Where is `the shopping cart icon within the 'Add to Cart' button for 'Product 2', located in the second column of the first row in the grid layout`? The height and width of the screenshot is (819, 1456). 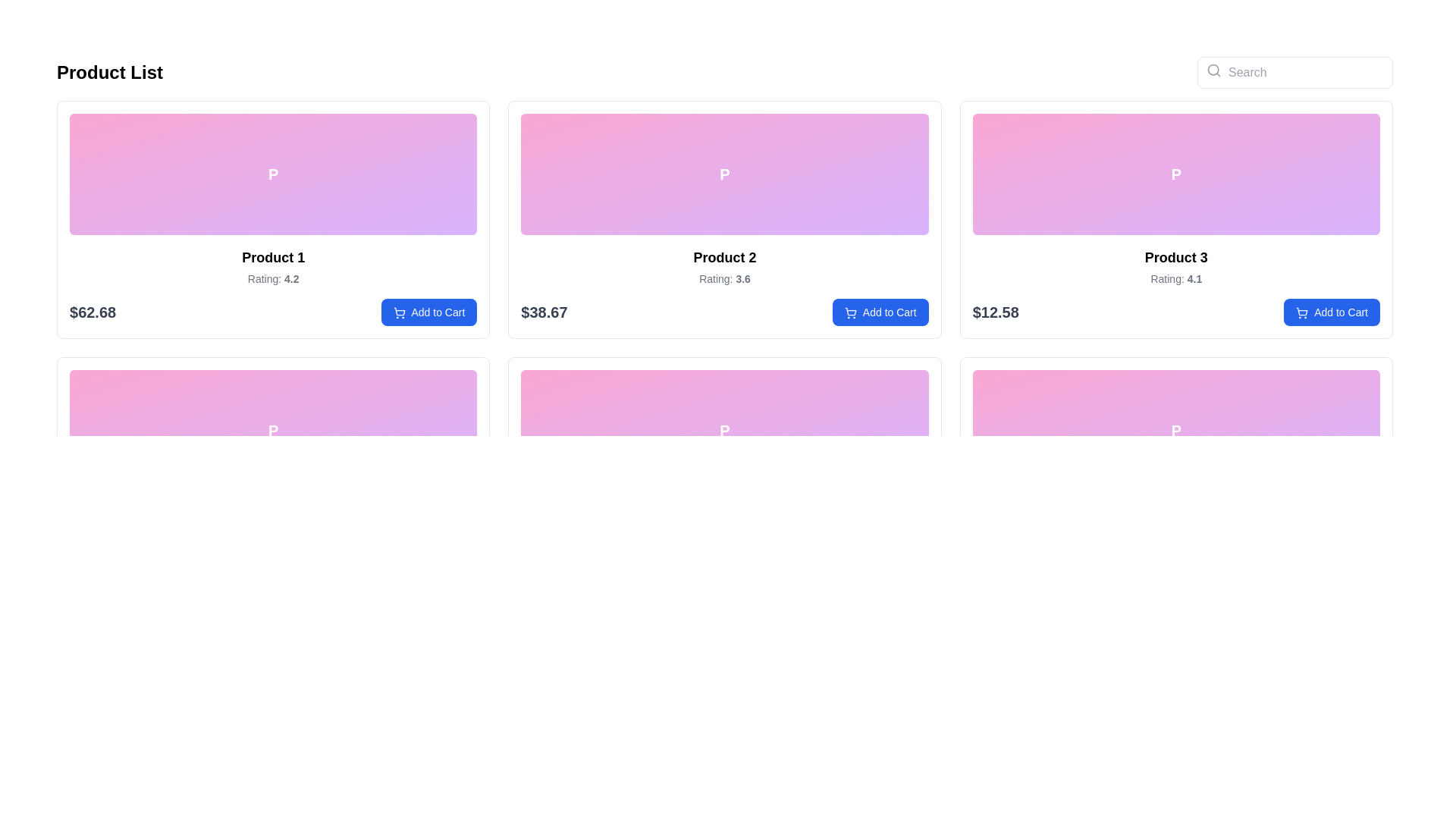 the shopping cart icon within the 'Add to Cart' button for 'Product 2', located in the second column of the first row in the grid layout is located at coordinates (850, 312).